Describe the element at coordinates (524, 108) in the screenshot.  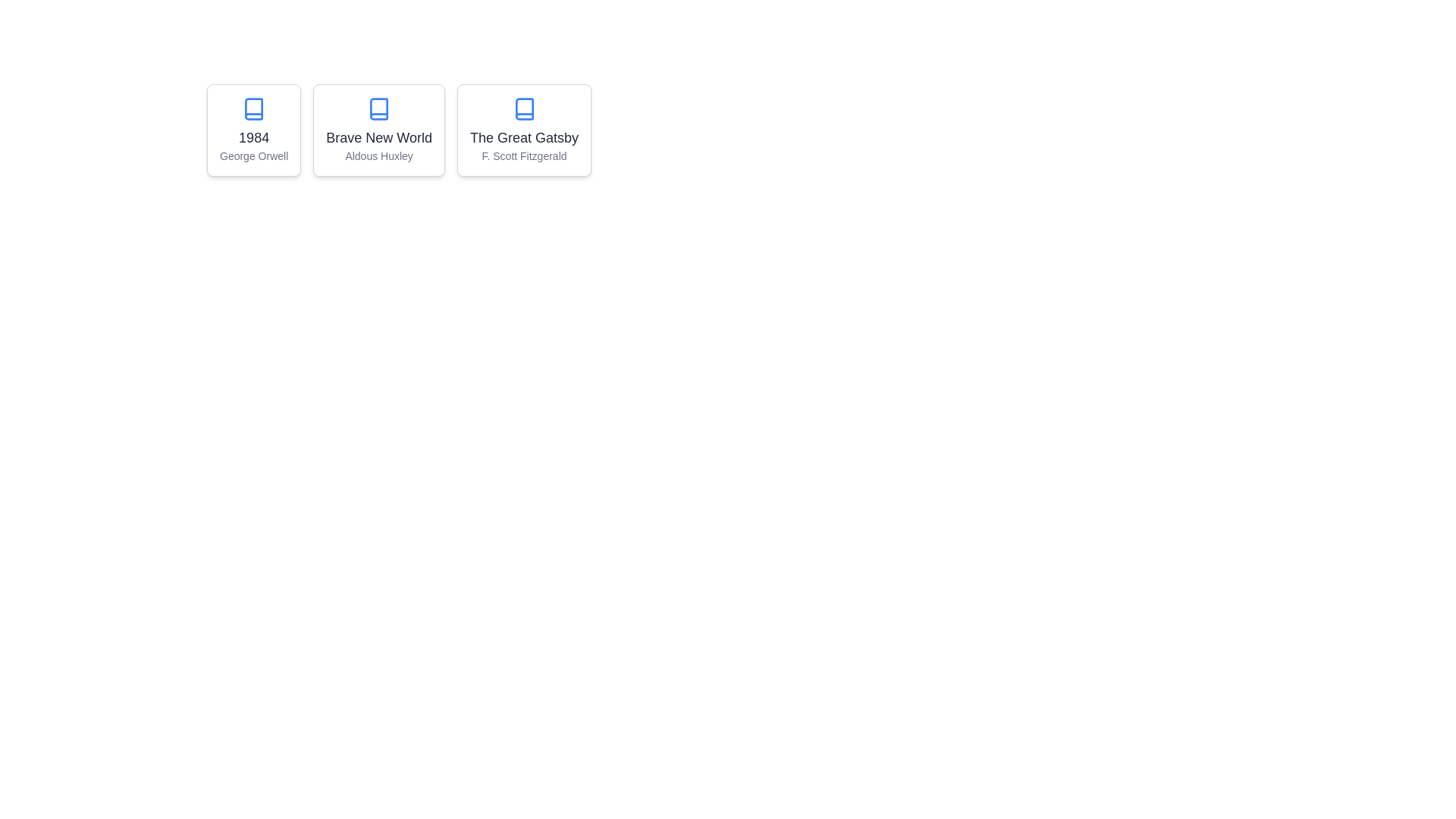
I see `the SVG graphic element representing the book icon for 'The Great Gatsby,' which is located at the center of the tile for the third item in a horizontal list of books` at that location.